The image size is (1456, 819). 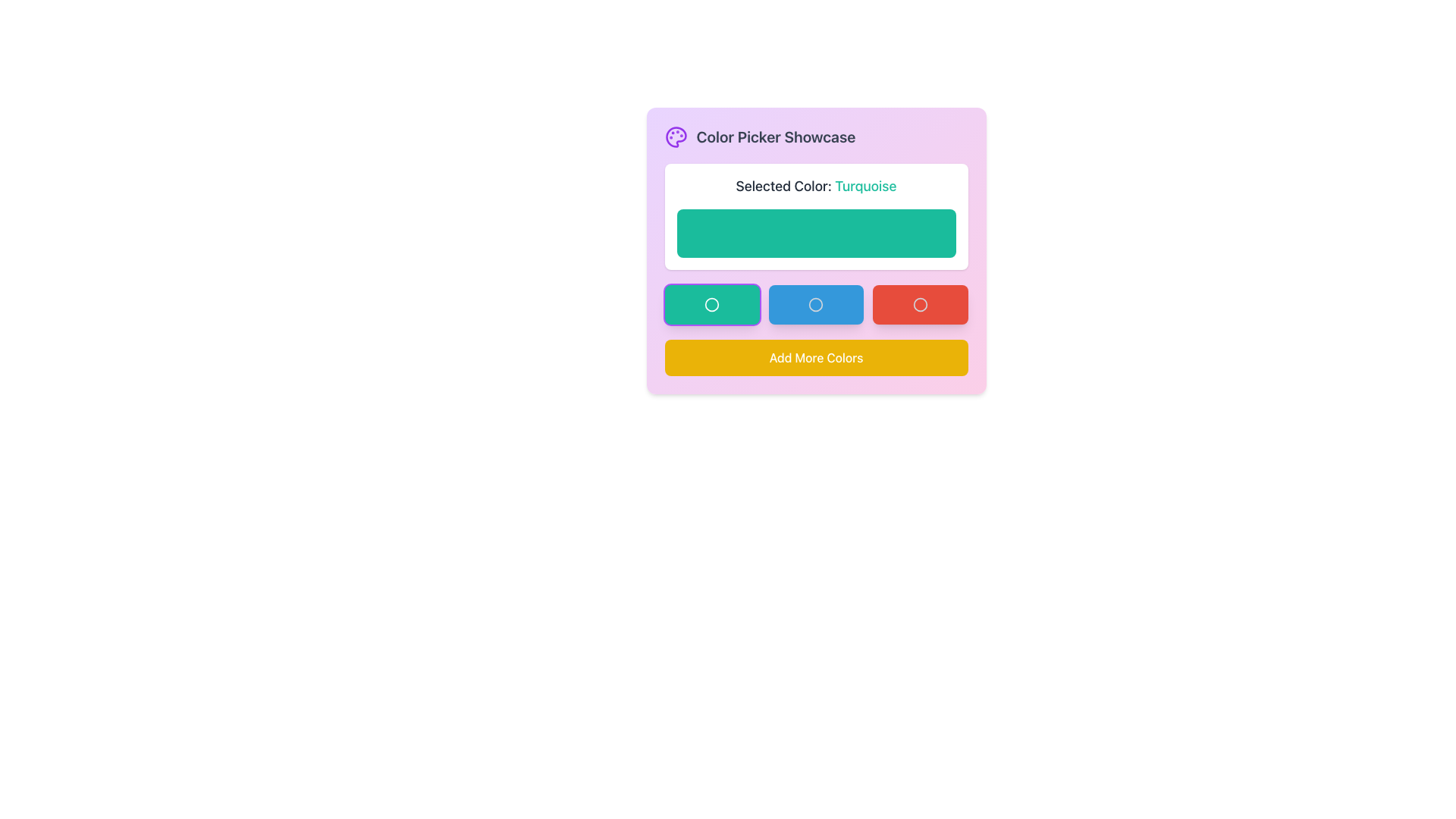 I want to click on displayed heading of the Header element, which is the title for the color picker functionality and is located at the top of the user interface with a gradient purple-to-pink background, so click(x=815, y=137).